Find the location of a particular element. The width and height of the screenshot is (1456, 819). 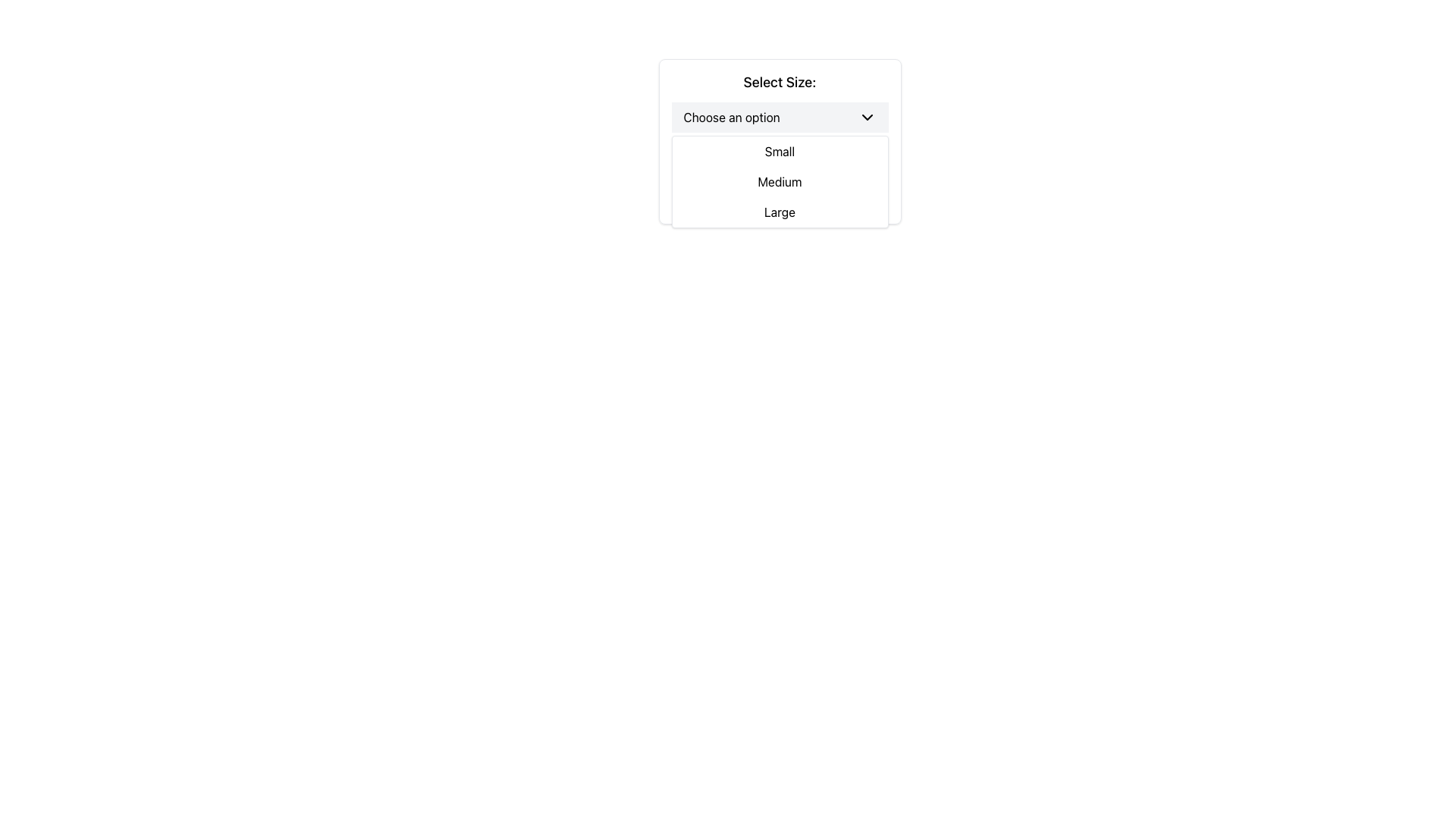

the dropdown menu item labeled 'Small', which is the first item in the dropdown list below the 'Choose an option' label is located at coordinates (780, 152).